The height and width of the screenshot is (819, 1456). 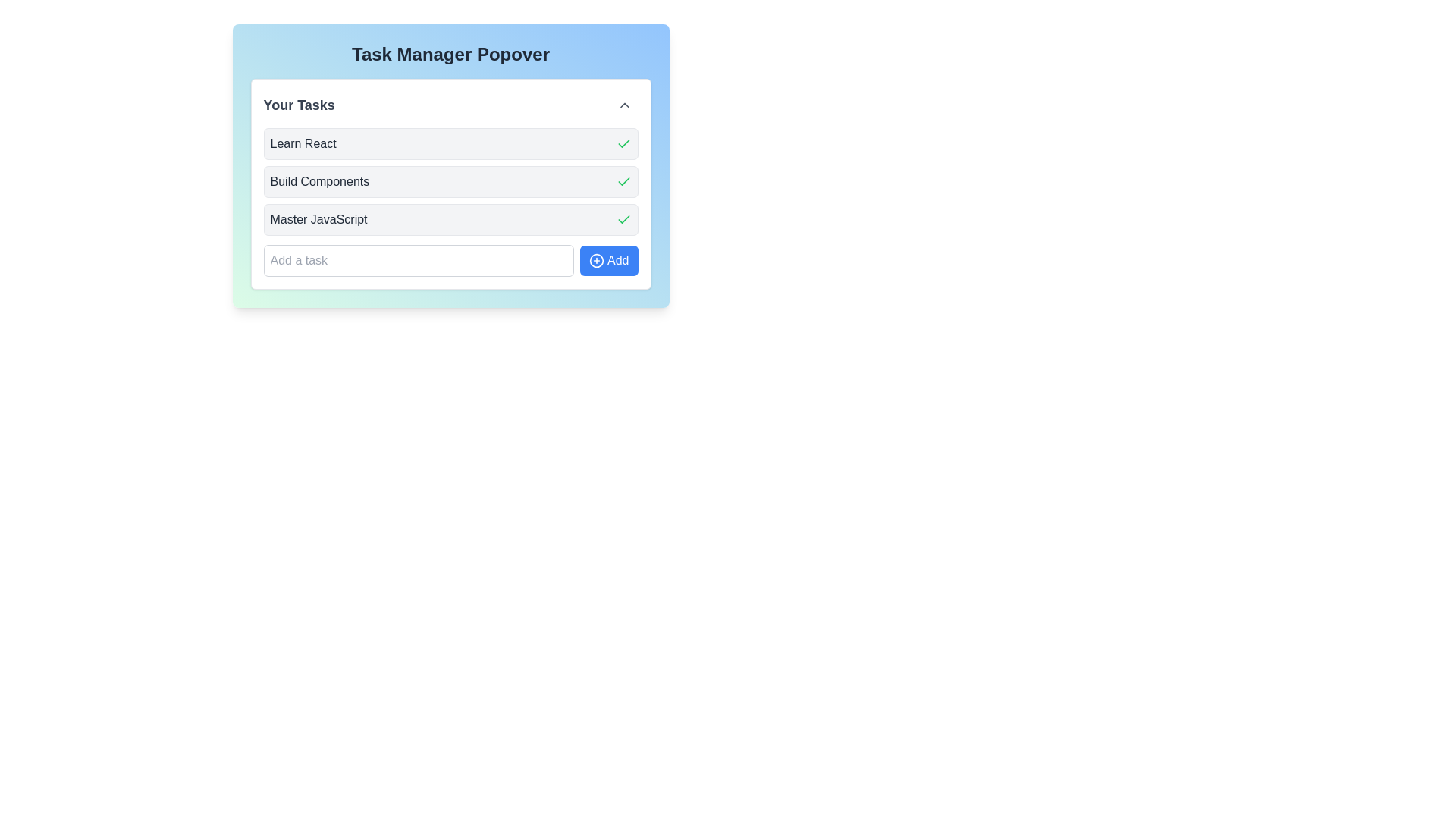 I want to click on the text label displaying the second task in the task management application, so click(x=318, y=180).